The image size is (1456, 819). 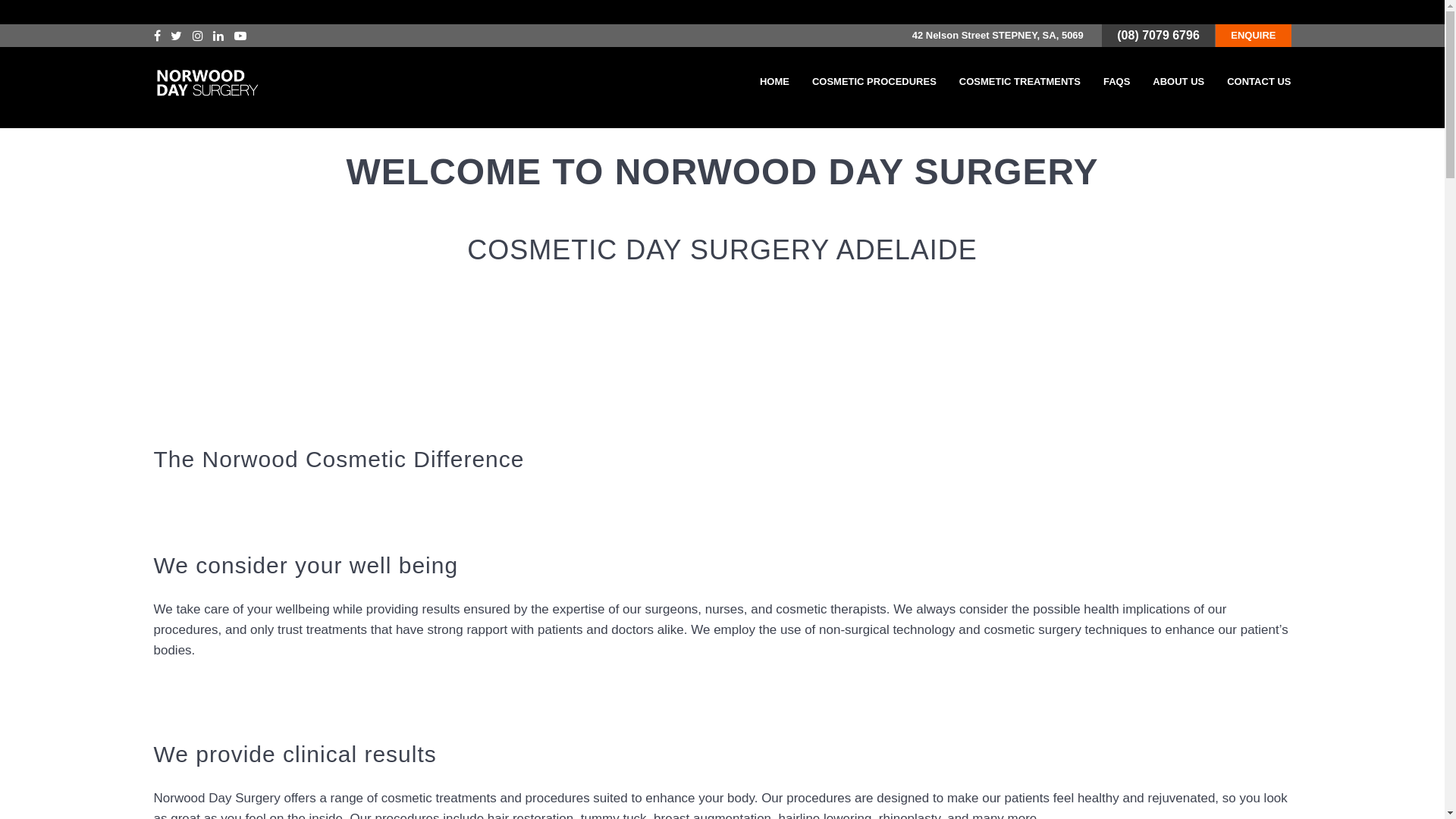 I want to click on 'COSMETIC TREATMENTS', so click(x=1019, y=82).